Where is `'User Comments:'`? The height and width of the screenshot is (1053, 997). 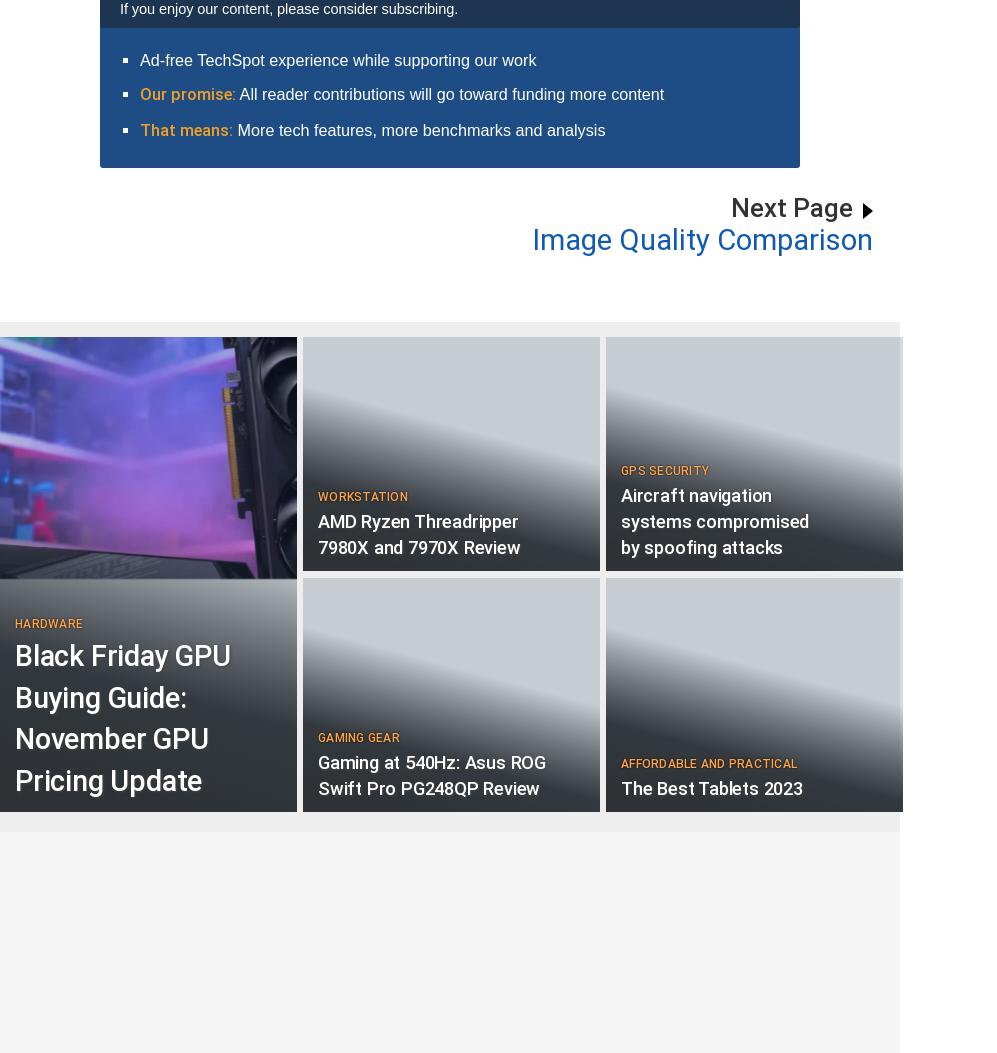 'User Comments:' is located at coordinates (136, 897).